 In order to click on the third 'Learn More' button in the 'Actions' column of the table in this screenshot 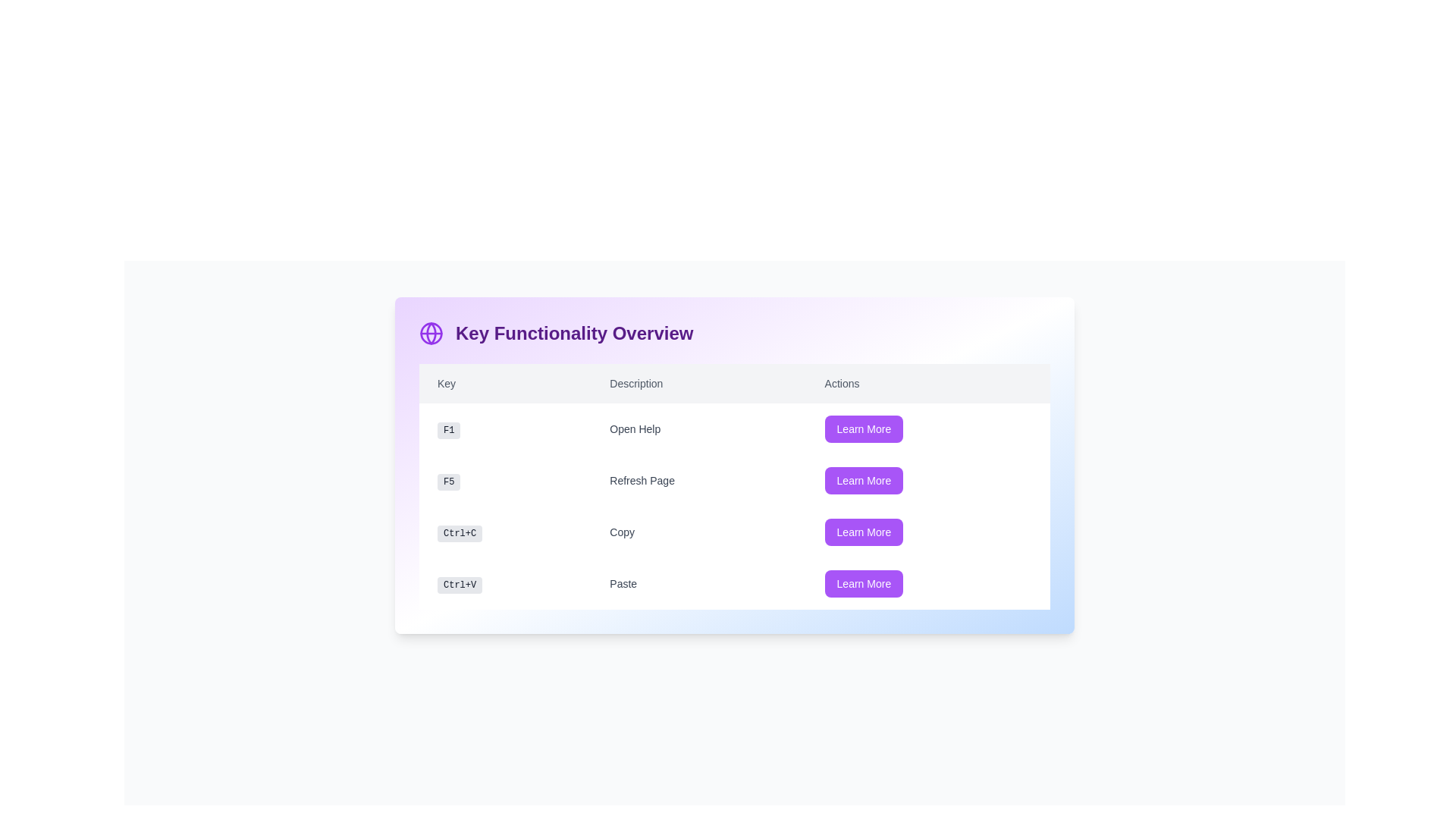, I will do `click(927, 532)`.